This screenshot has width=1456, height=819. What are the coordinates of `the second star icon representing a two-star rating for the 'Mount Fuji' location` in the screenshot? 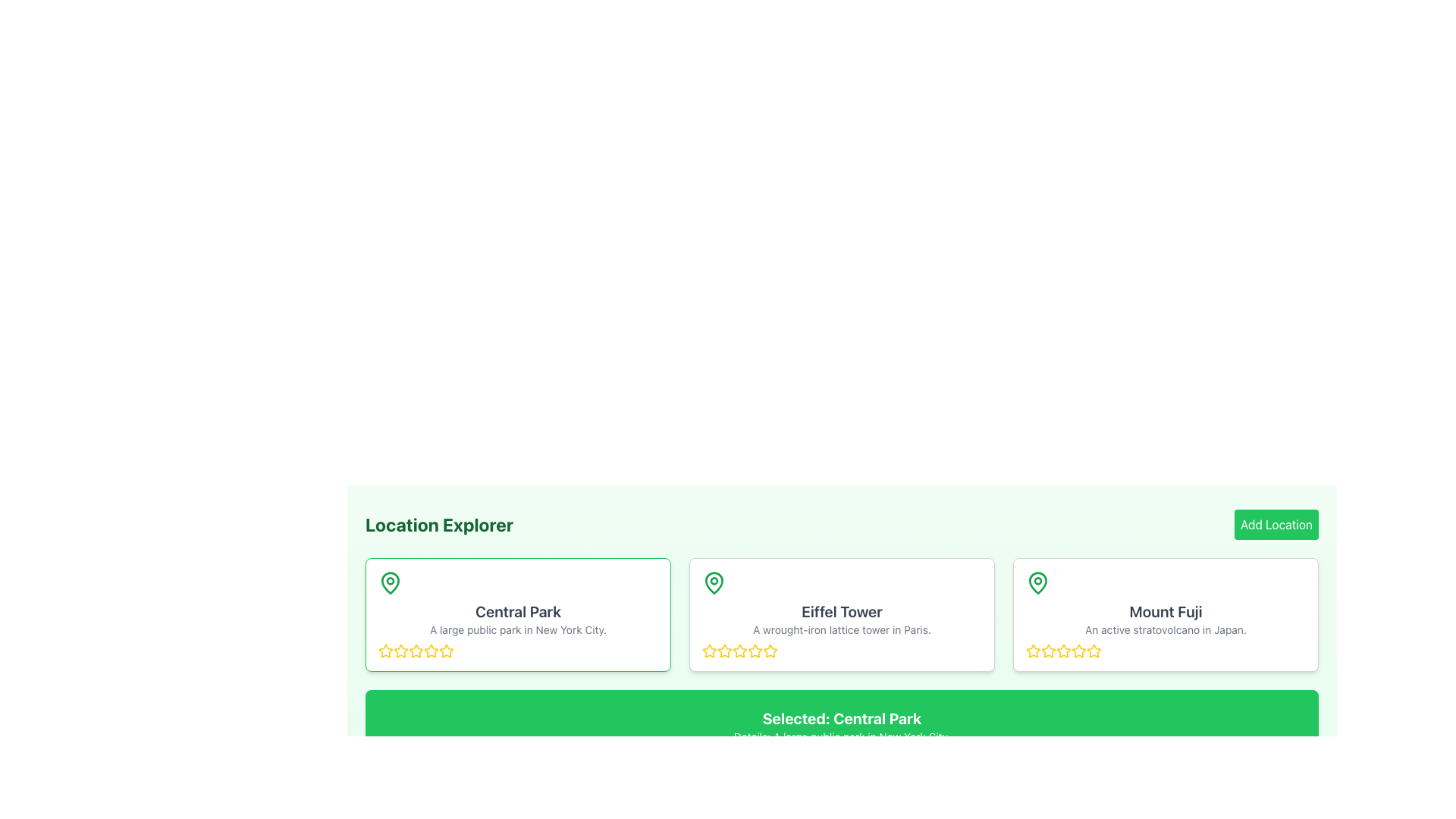 It's located at (1062, 649).